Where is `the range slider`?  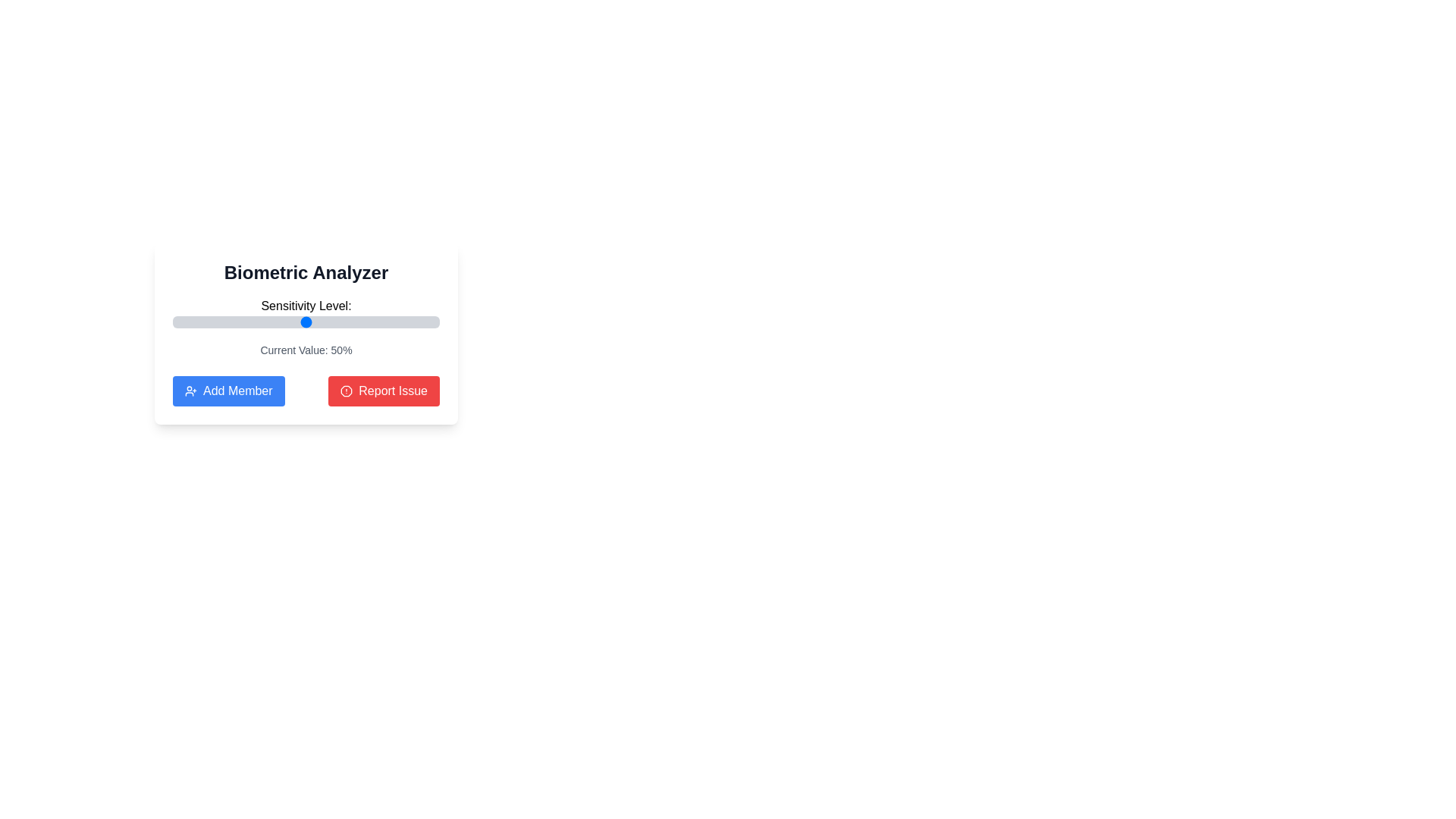 the range slider is located at coordinates (305, 321).